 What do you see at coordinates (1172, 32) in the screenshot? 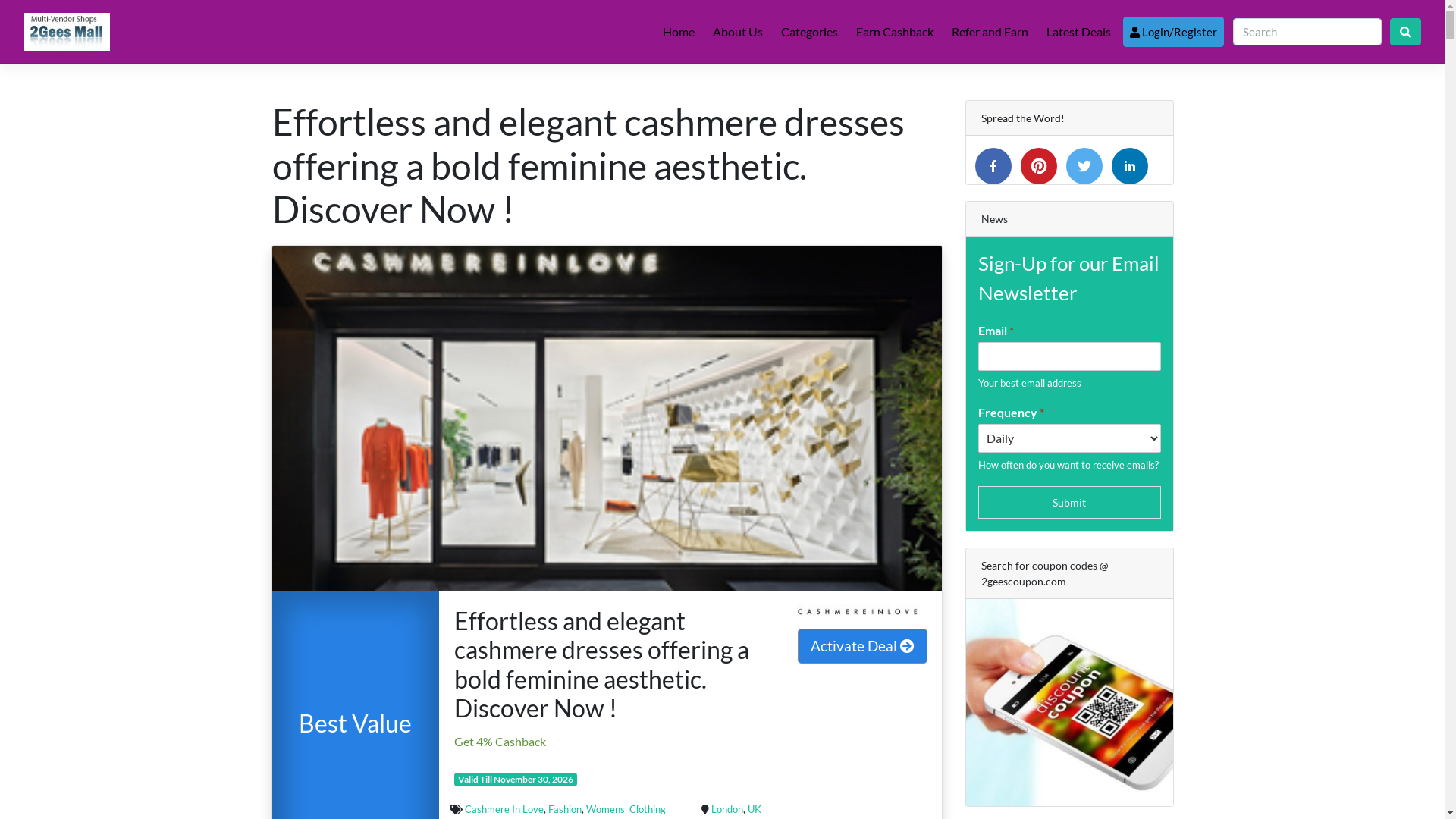
I see `'Login/Register'` at bounding box center [1172, 32].